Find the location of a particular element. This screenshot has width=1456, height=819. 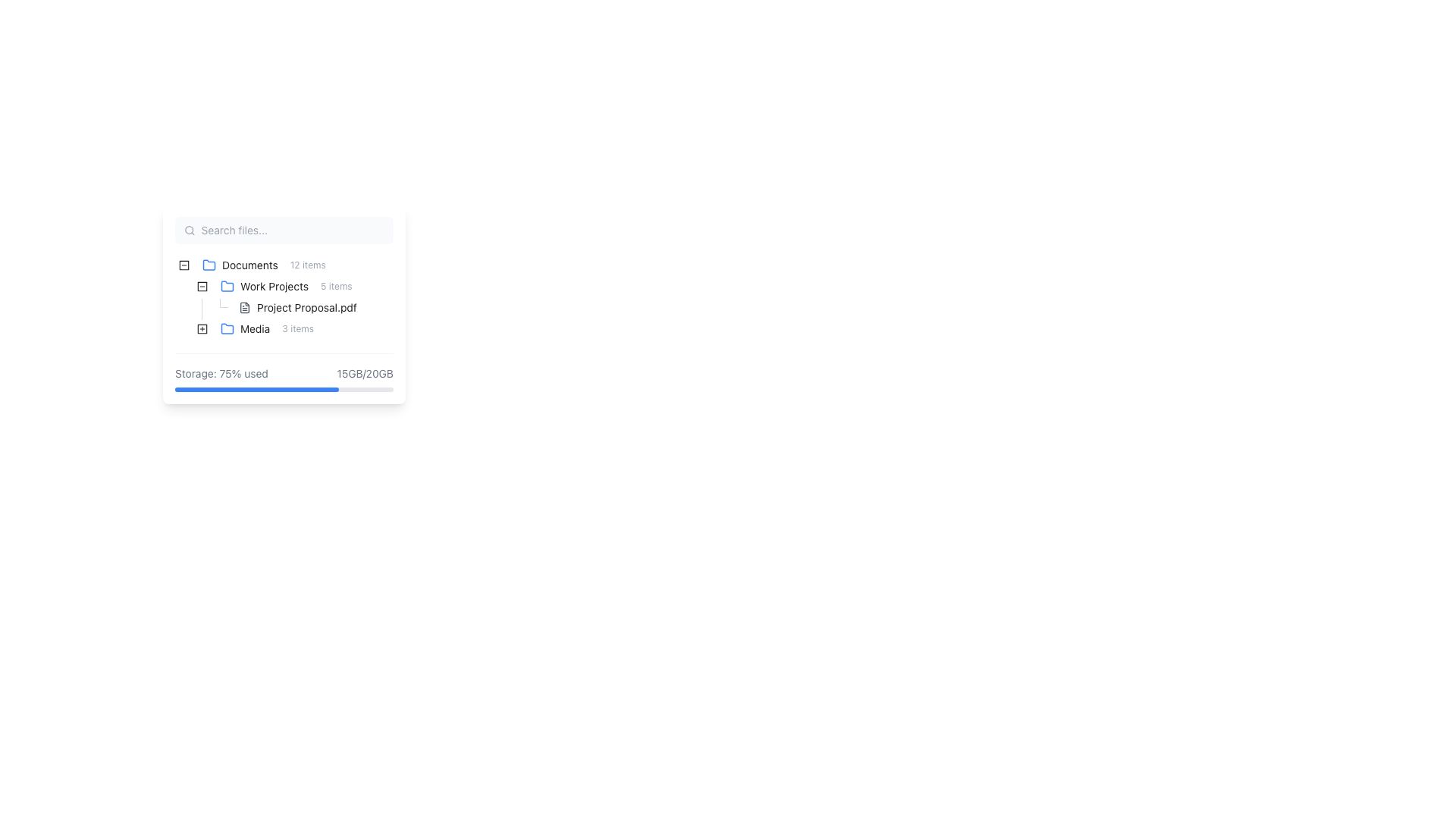

the blue outlined folder icon representing the 'Work Projects' folder is located at coordinates (226, 286).